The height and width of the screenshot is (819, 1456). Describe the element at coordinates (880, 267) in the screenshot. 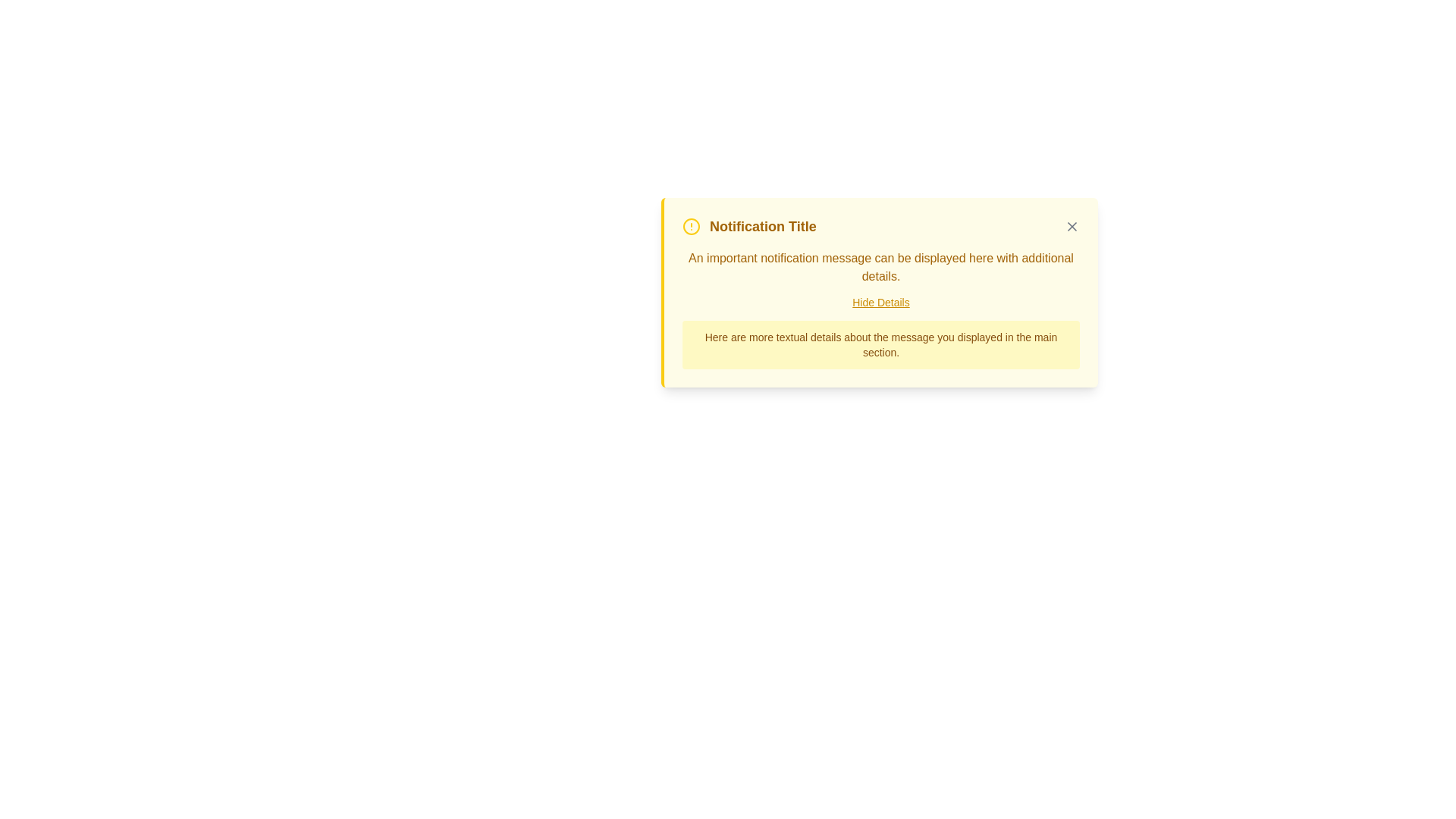

I see `the Informative Text Block located under the title 'Notification Title' within the yellow bordered notification card` at that location.